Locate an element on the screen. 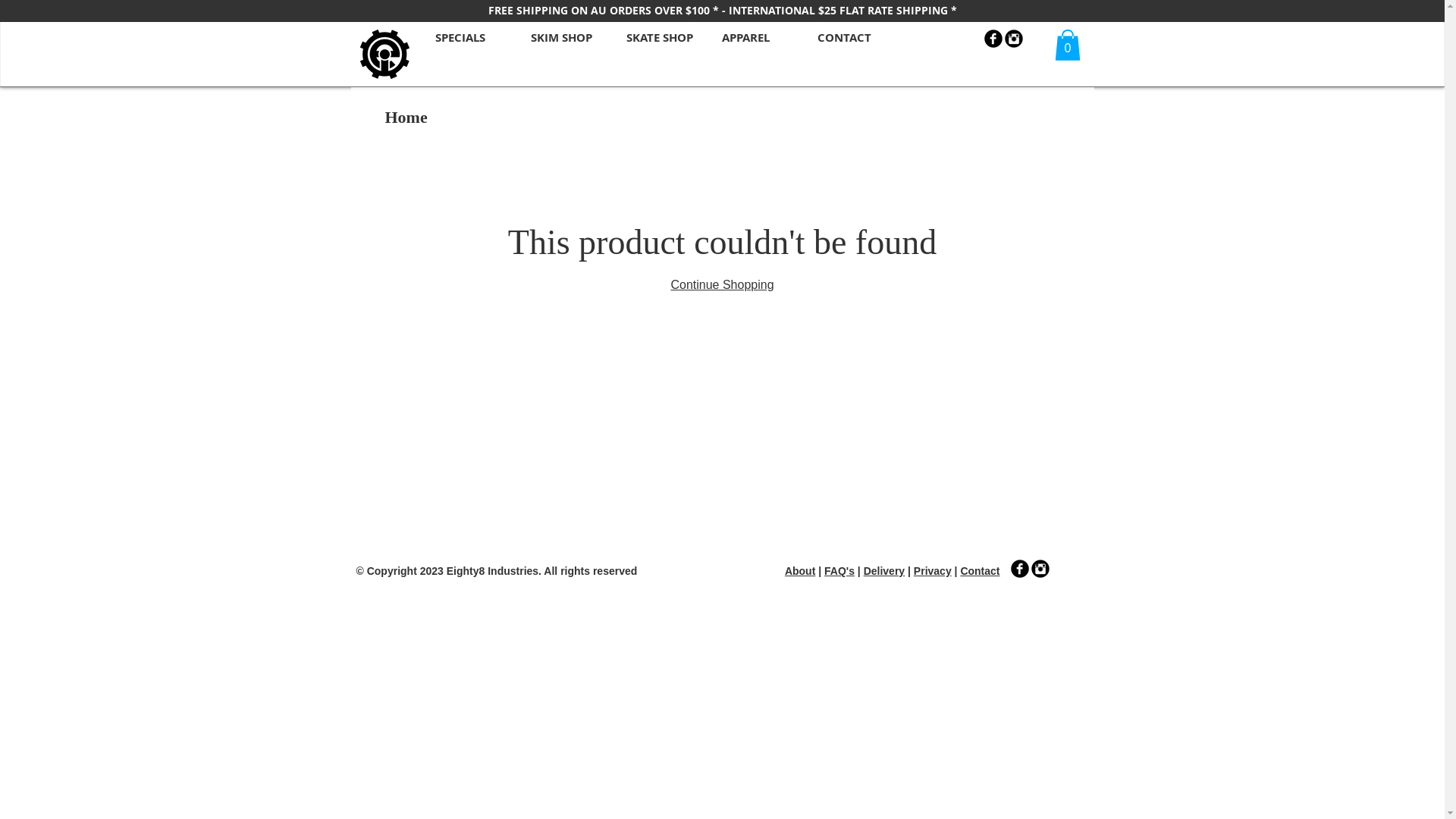 The width and height of the screenshot is (1456, 819). 'About' is located at coordinates (799, 570).